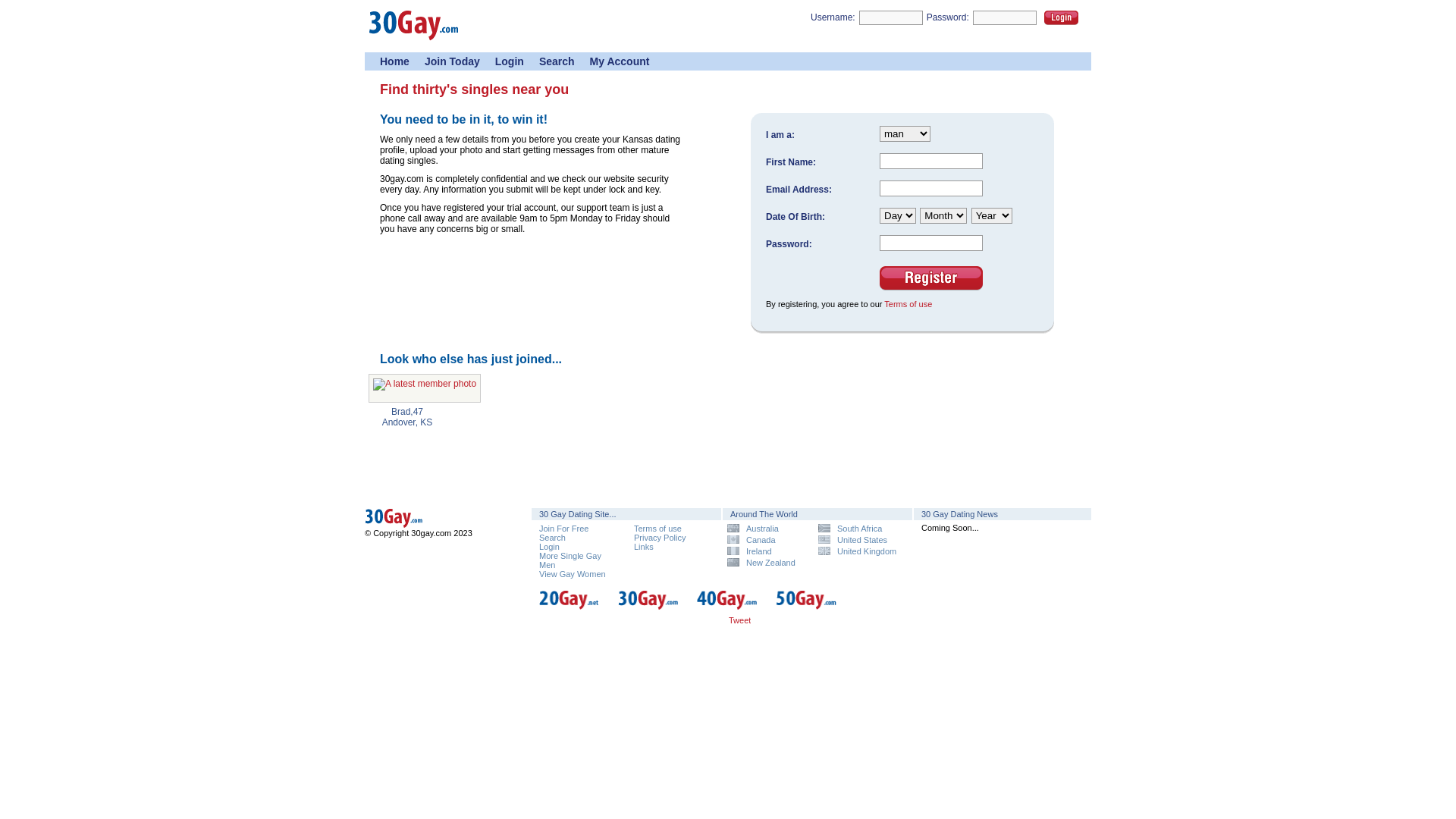 The height and width of the screenshot is (819, 1456). I want to click on 'More Single Gay Men', so click(570, 560).